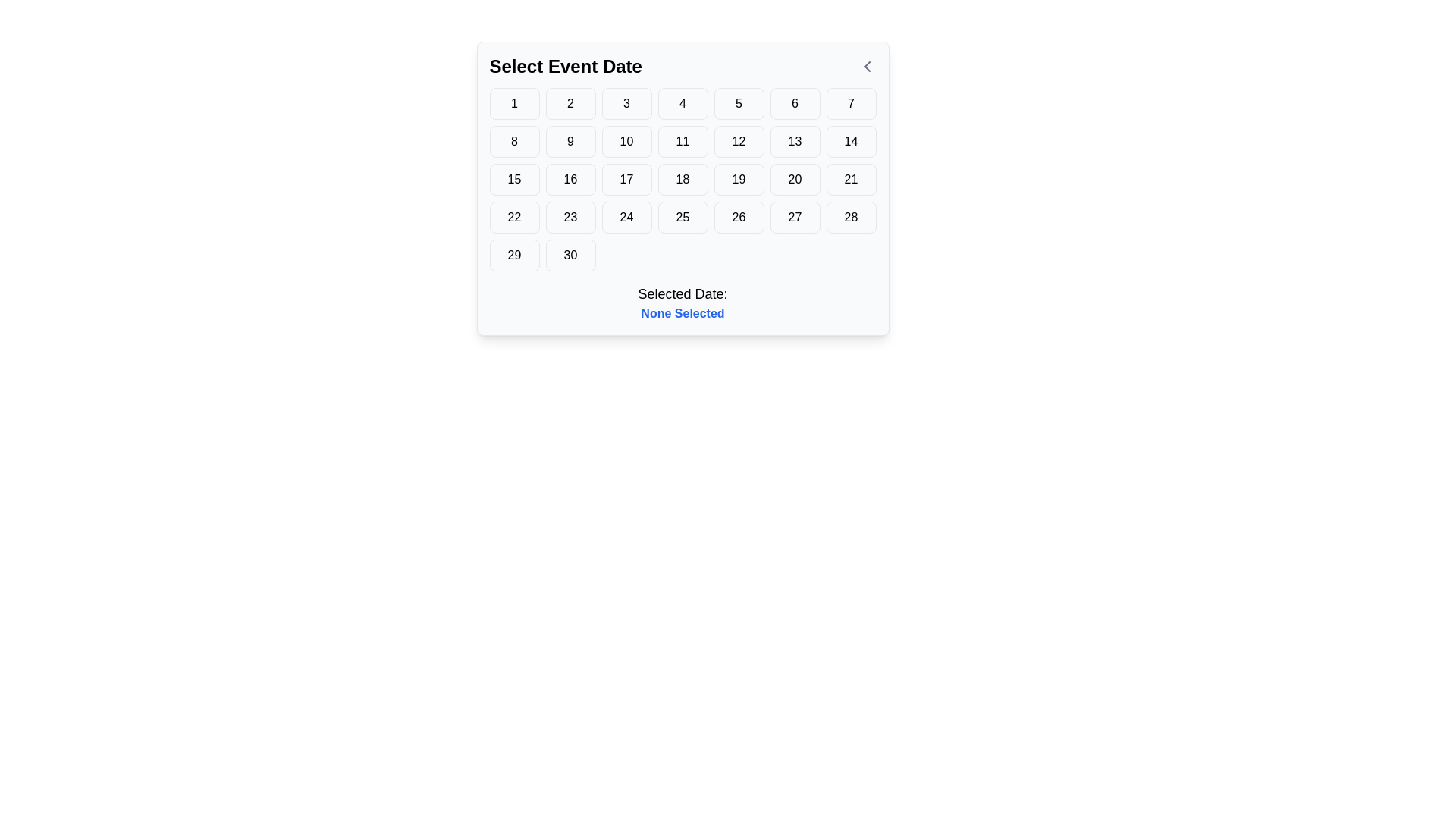  I want to click on the chevron-left arrow icon located in the top-right section of the calendar interface, so click(867, 66).